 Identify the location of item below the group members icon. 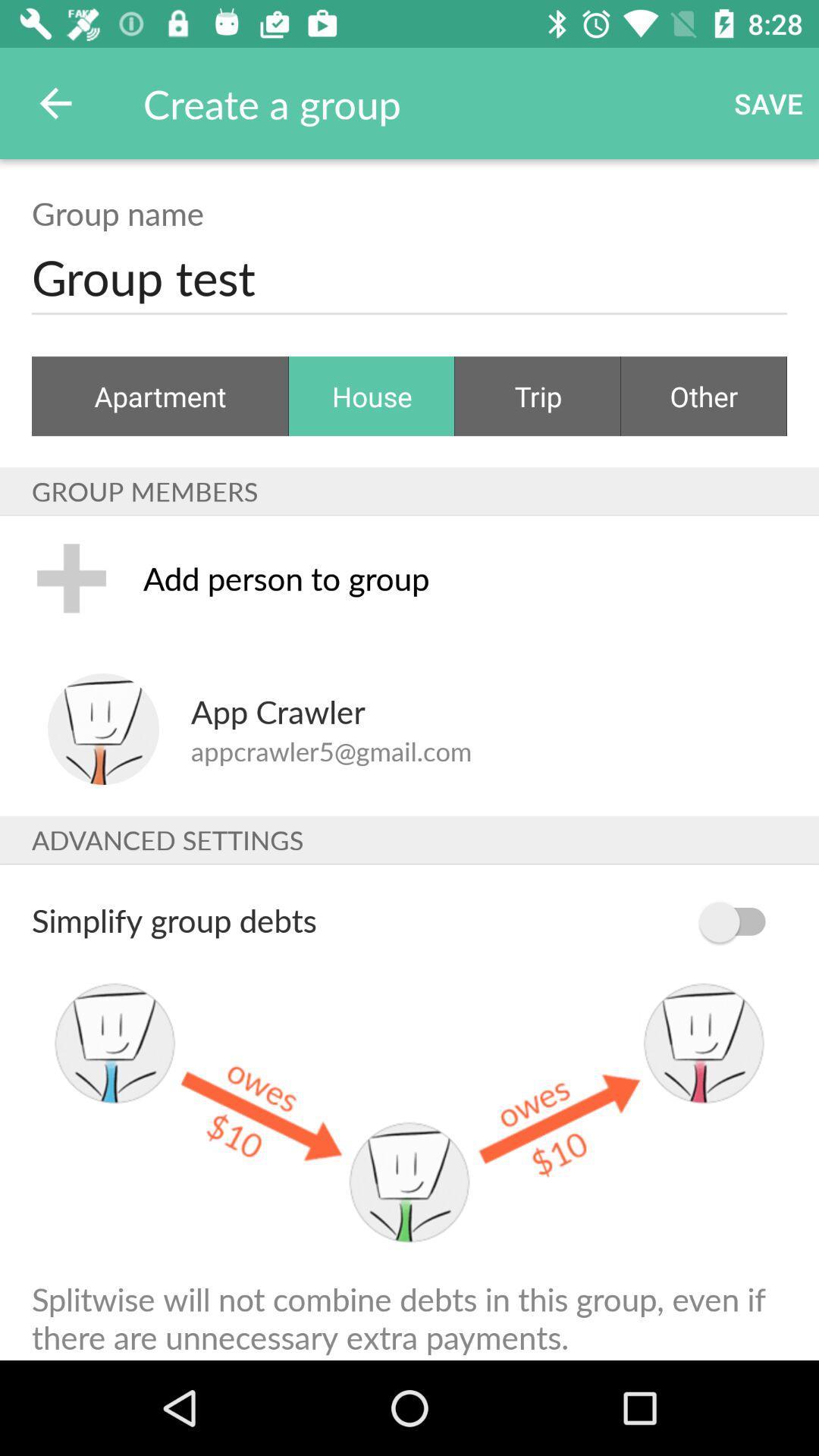
(464, 577).